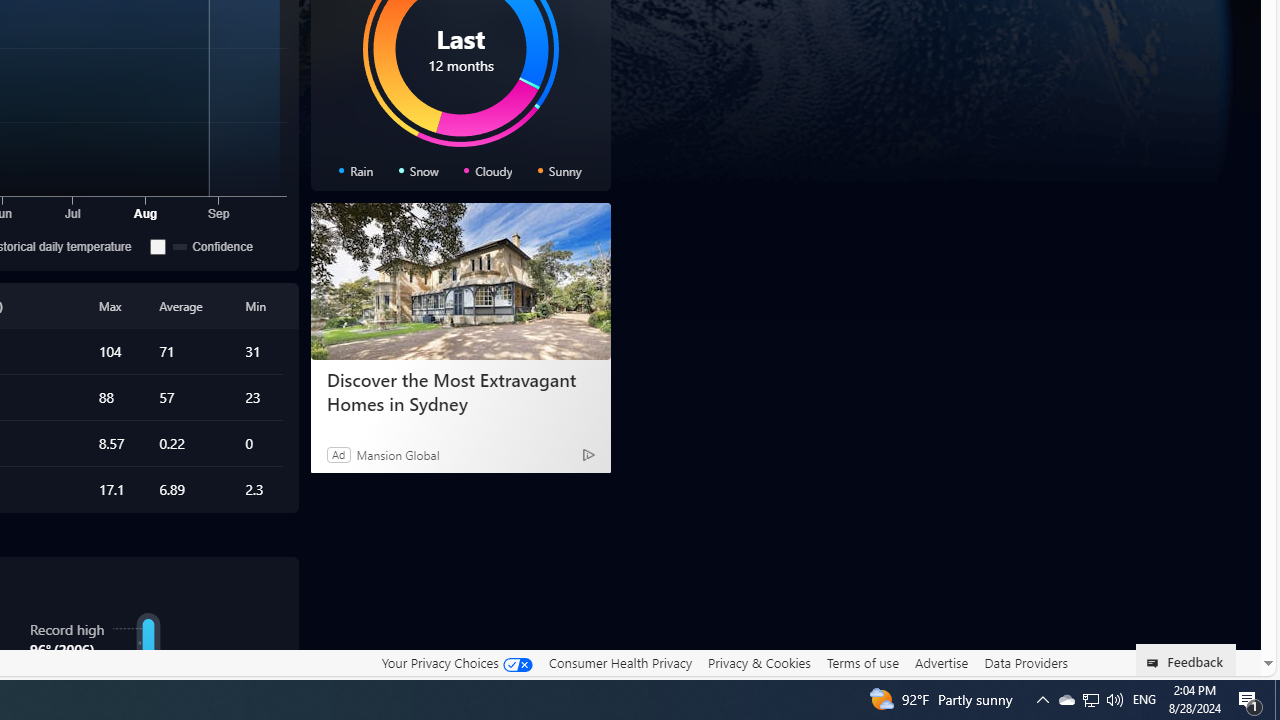 Image resolution: width=1280 pixels, height=720 pixels. What do you see at coordinates (1025, 663) in the screenshot?
I see `'Data Providers'` at bounding box center [1025, 663].